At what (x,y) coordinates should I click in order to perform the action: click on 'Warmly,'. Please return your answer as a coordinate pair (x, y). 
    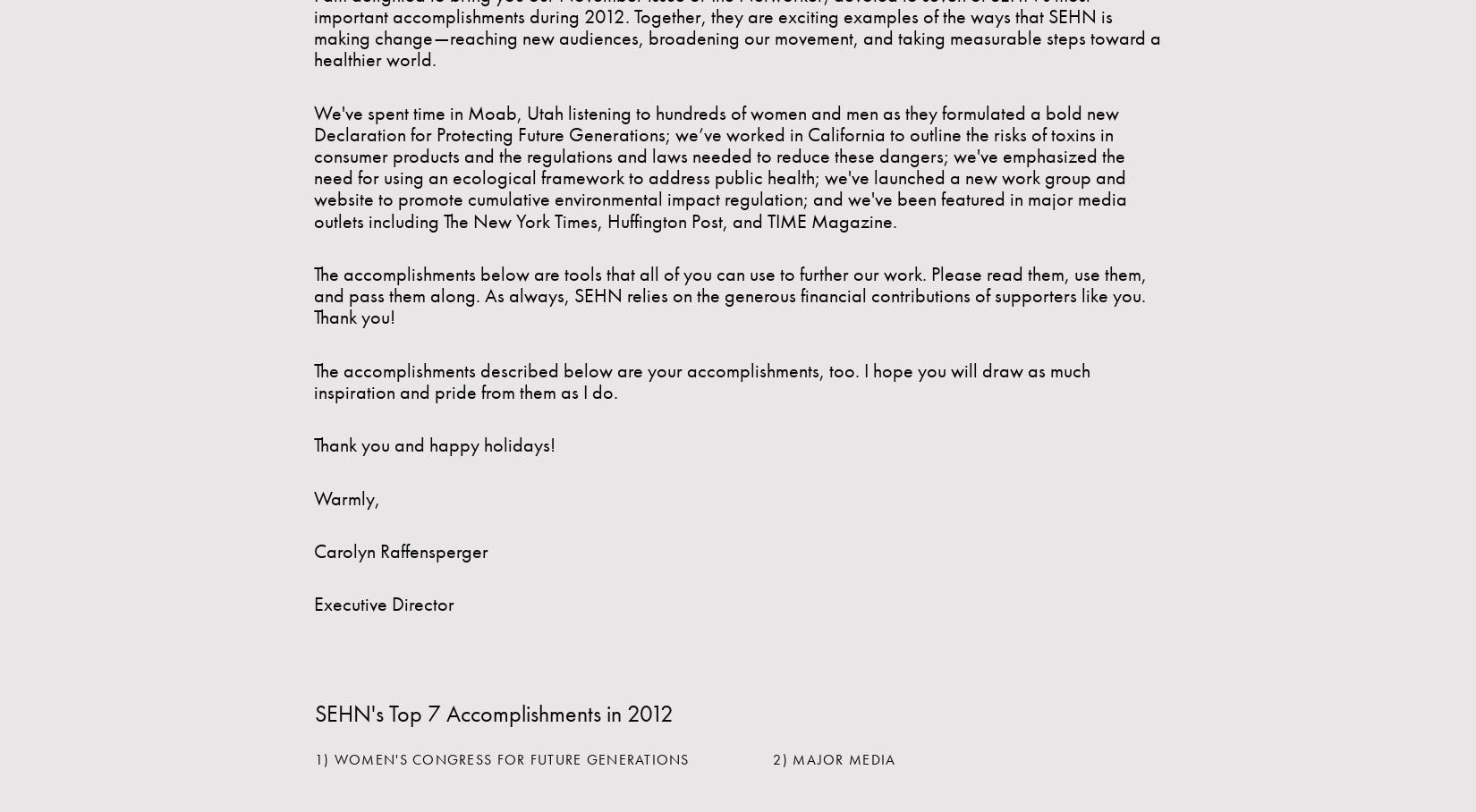
    Looking at the image, I should click on (347, 496).